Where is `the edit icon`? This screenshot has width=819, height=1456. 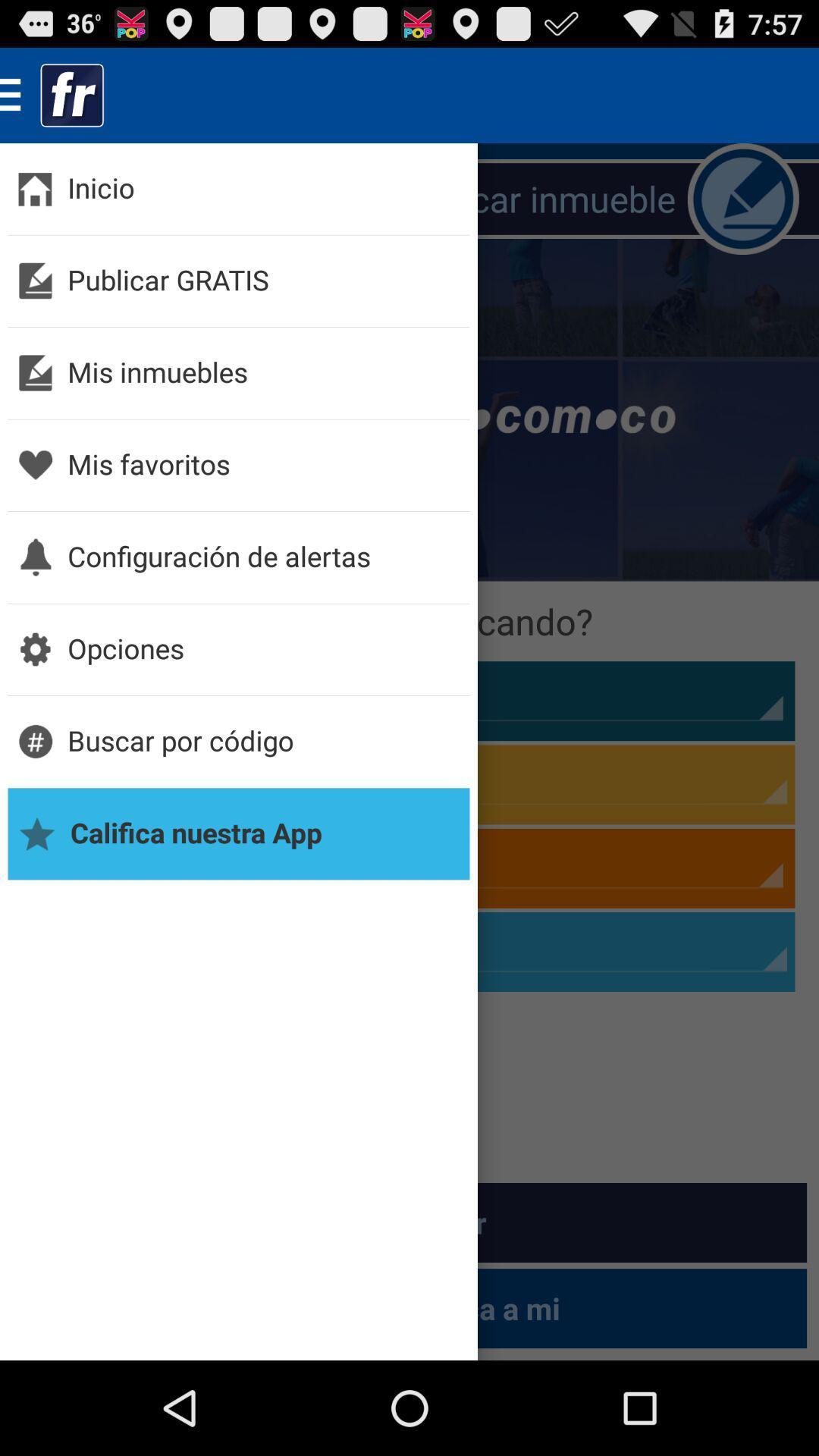 the edit icon is located at coordinates (742, 212).